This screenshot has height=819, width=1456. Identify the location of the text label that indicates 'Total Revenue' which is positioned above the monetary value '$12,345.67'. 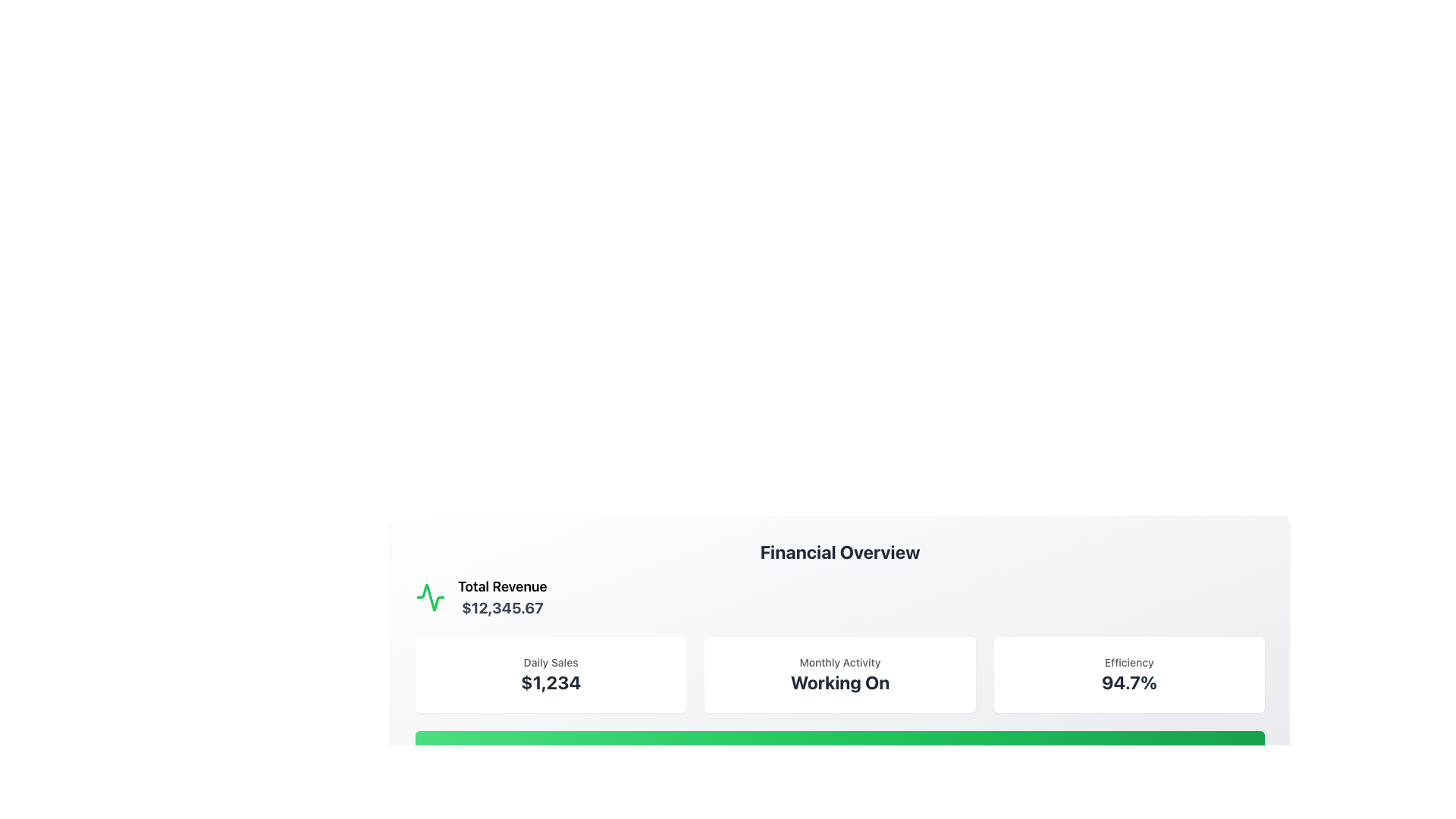
(502, 586).